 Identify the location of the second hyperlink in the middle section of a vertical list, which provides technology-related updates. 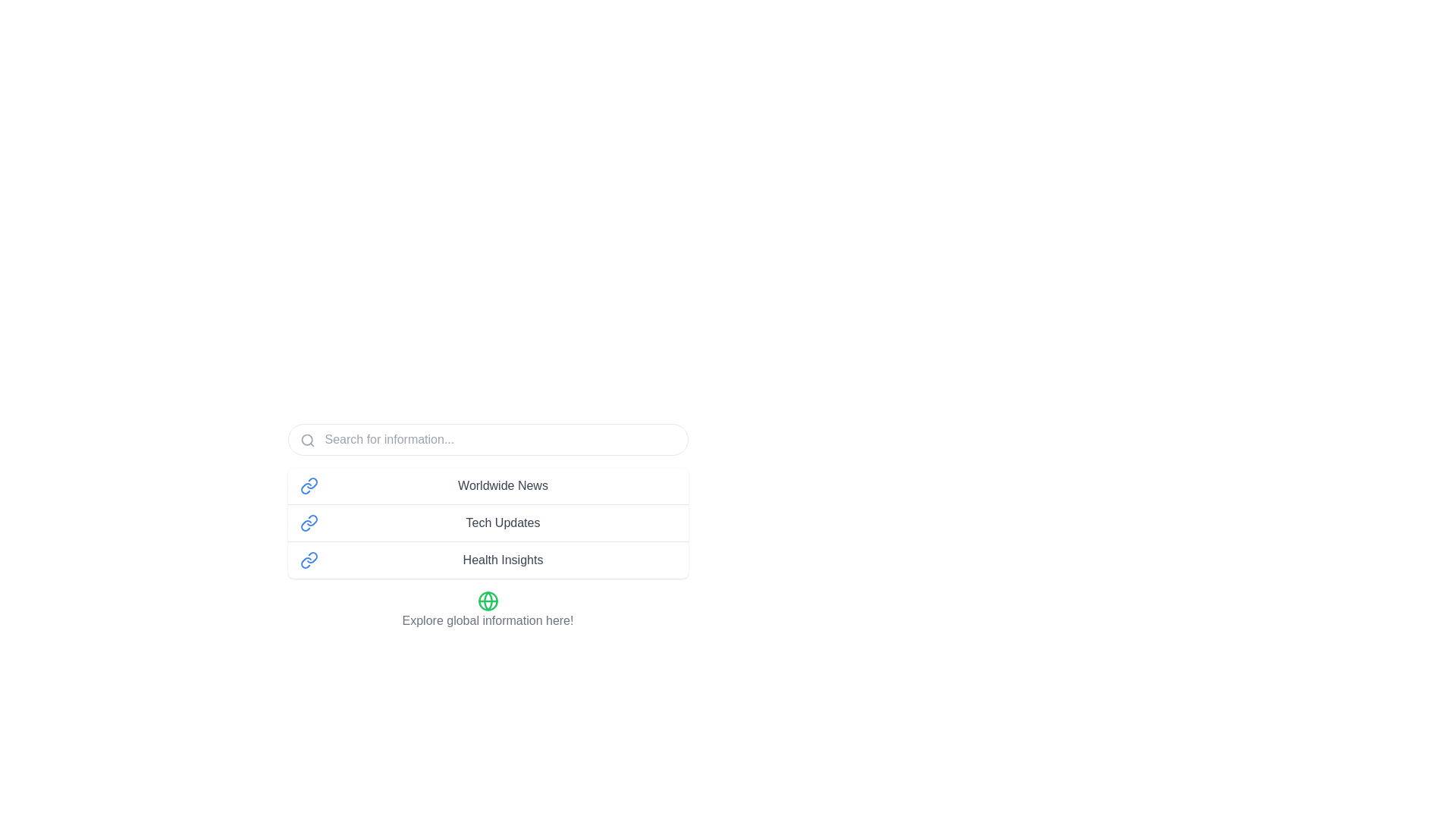
(503, 522).